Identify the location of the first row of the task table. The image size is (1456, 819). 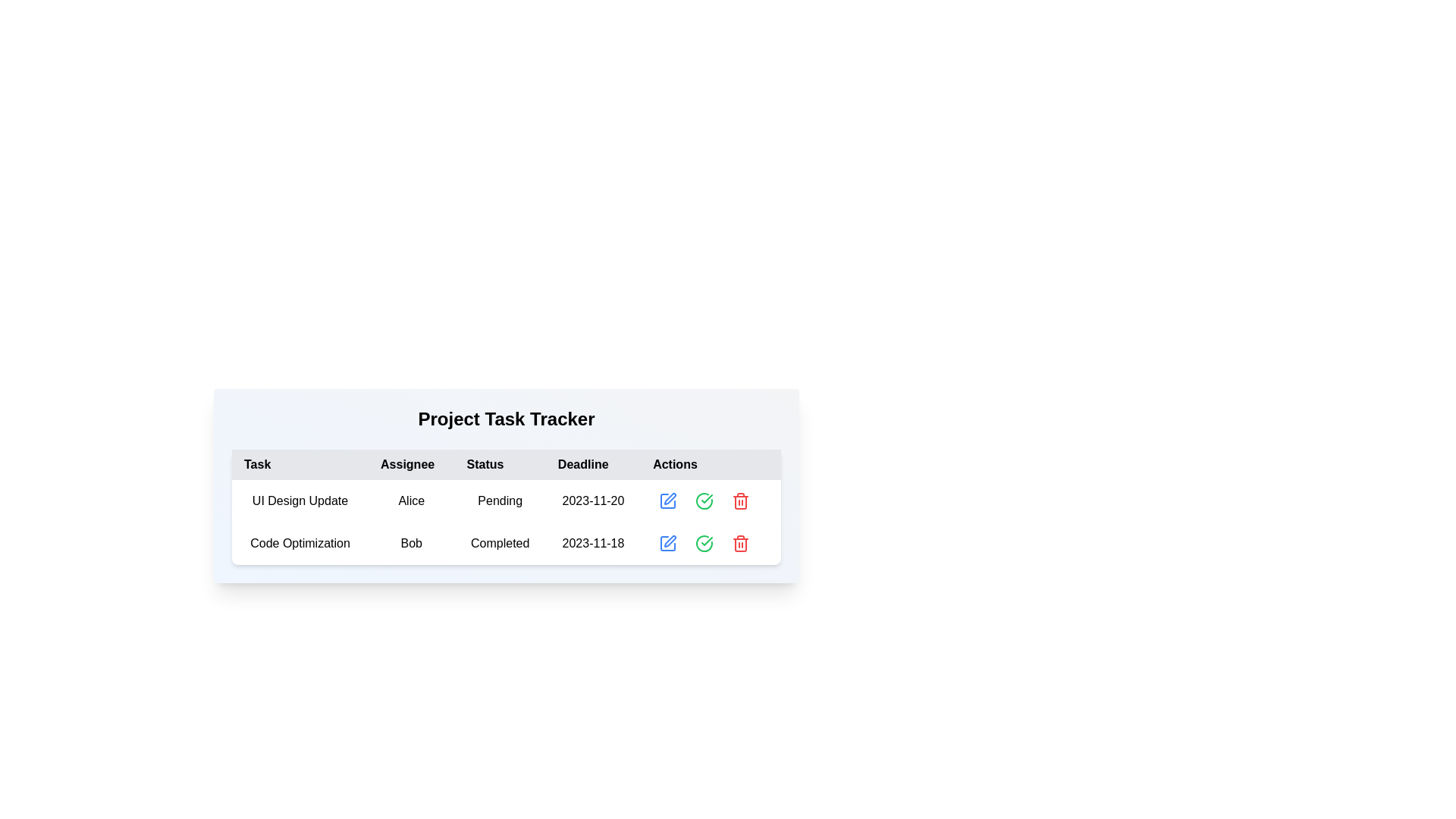
(506, 500).